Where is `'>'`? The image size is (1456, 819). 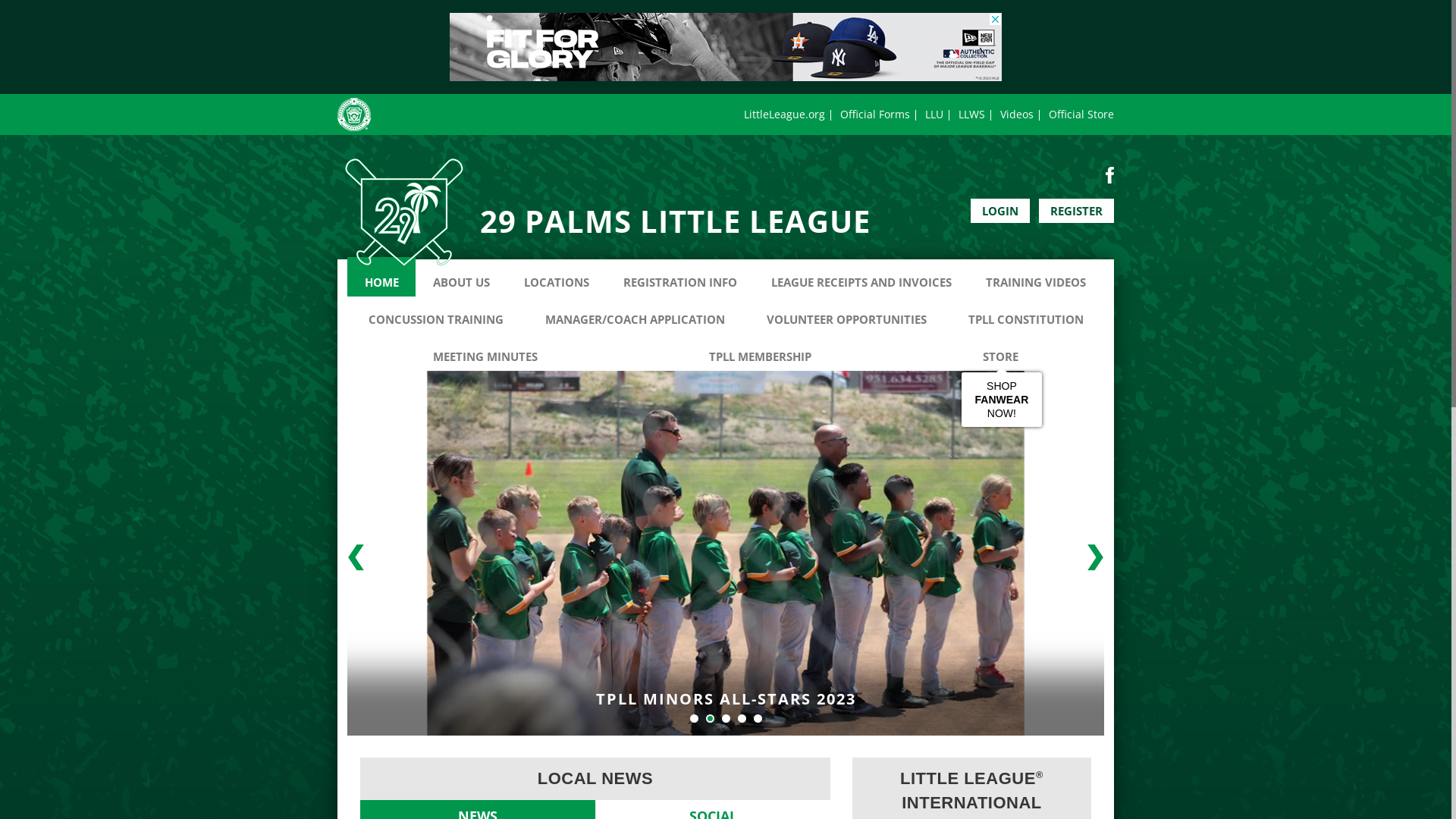
'>' is located at coordinates (1076, 557).